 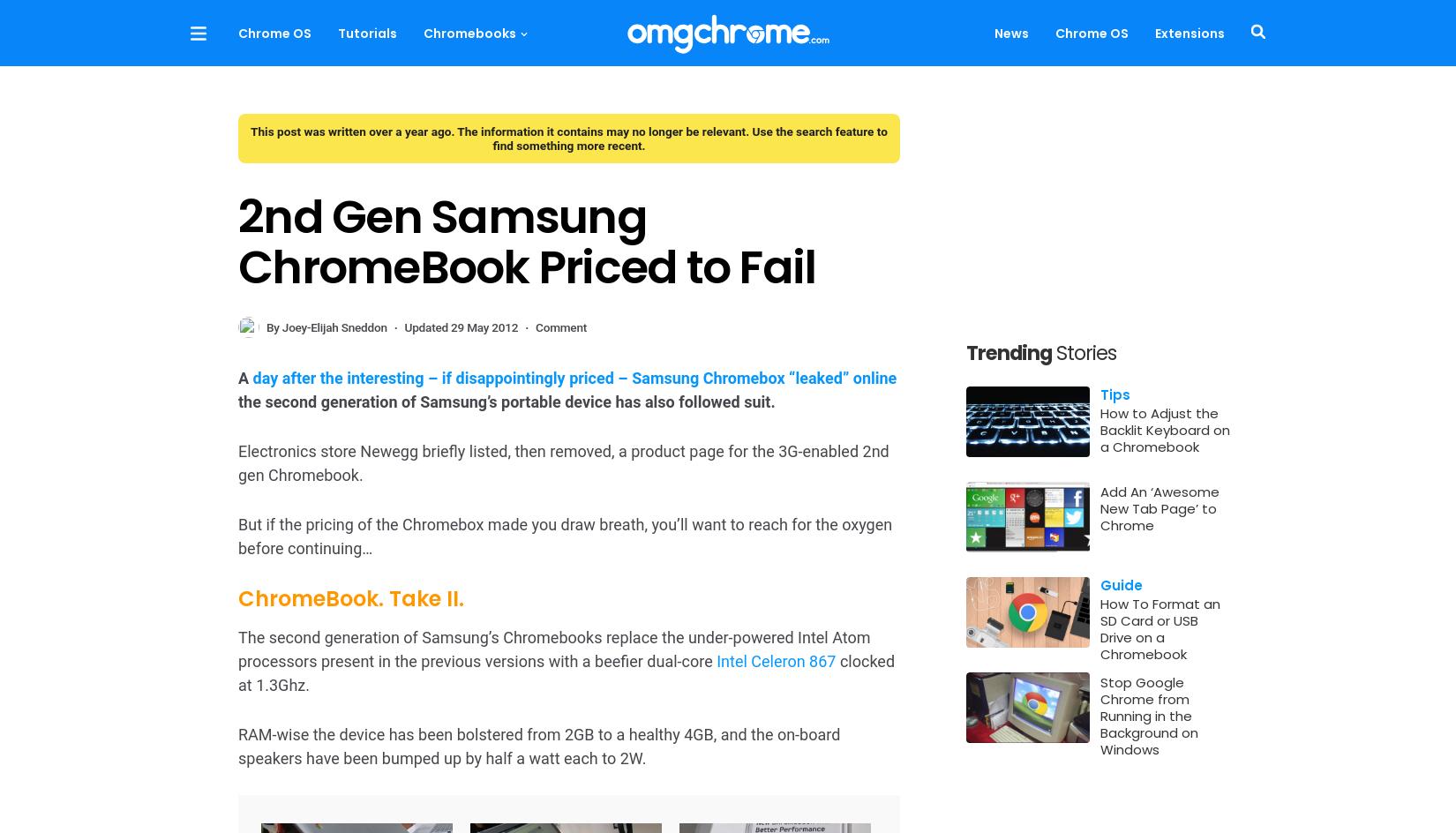 I want to click on 'Priced to Fail?', so click(x=237, y=625).